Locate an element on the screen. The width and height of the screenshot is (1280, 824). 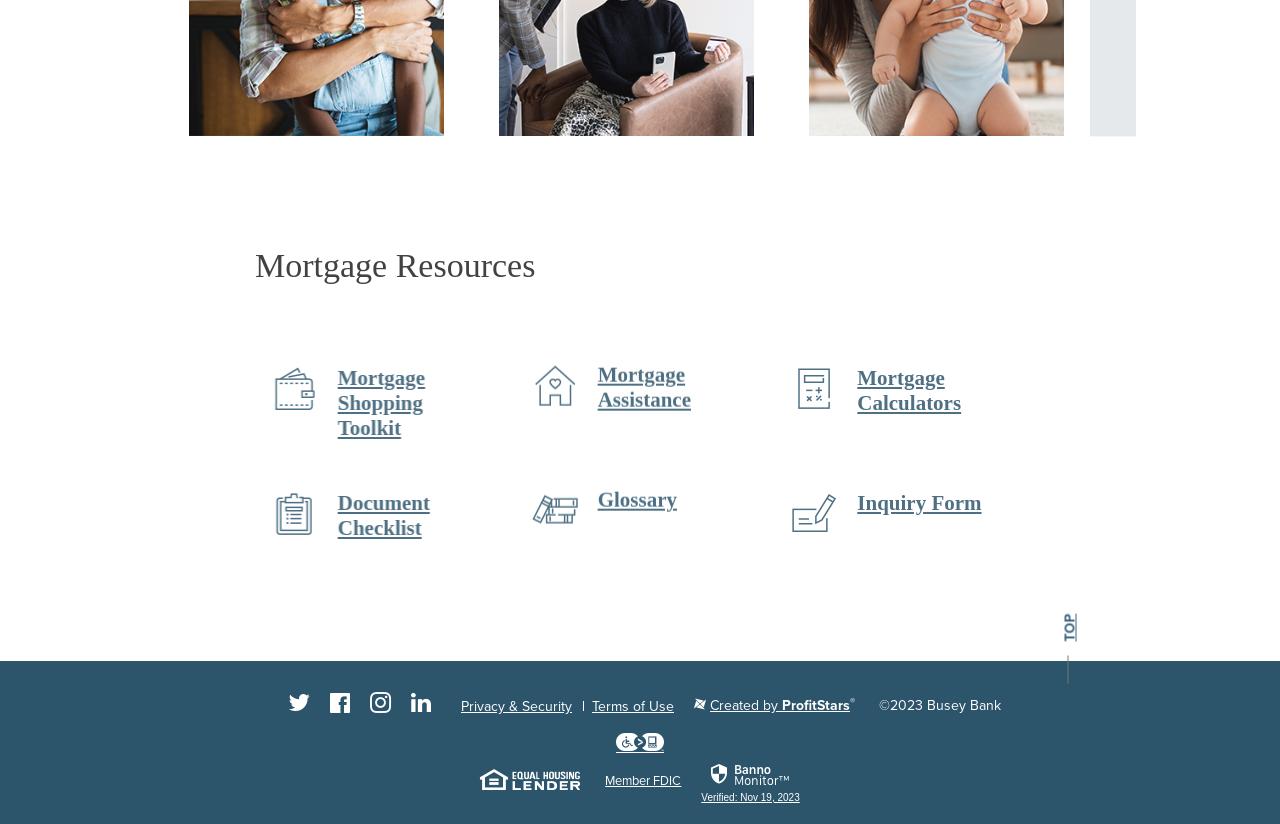
'Member FDIC' is located at coordinates (642, 779).